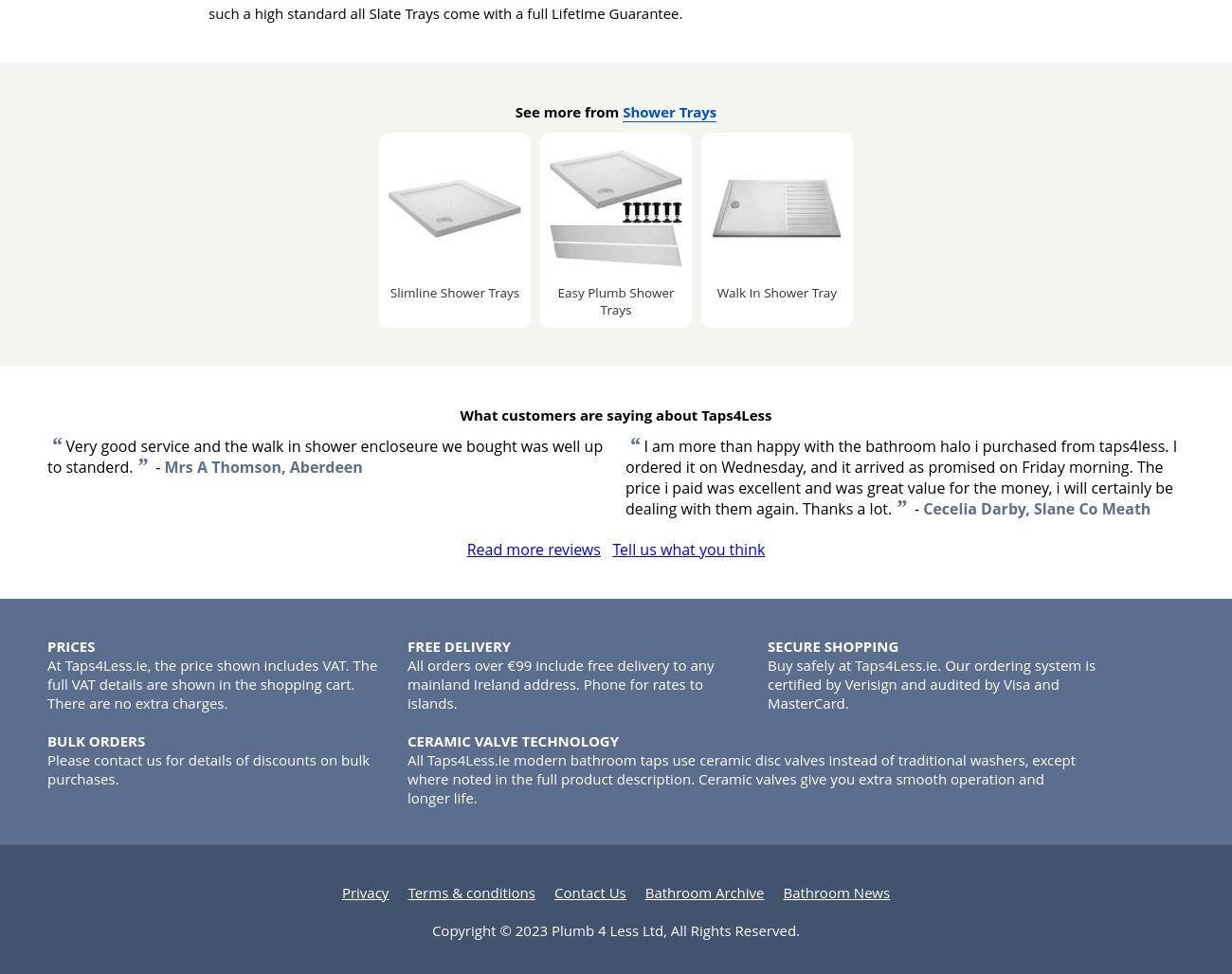 This screenshot has height=974, width=1232. I want to click on 'Bulk Orders', so click(96, 740).